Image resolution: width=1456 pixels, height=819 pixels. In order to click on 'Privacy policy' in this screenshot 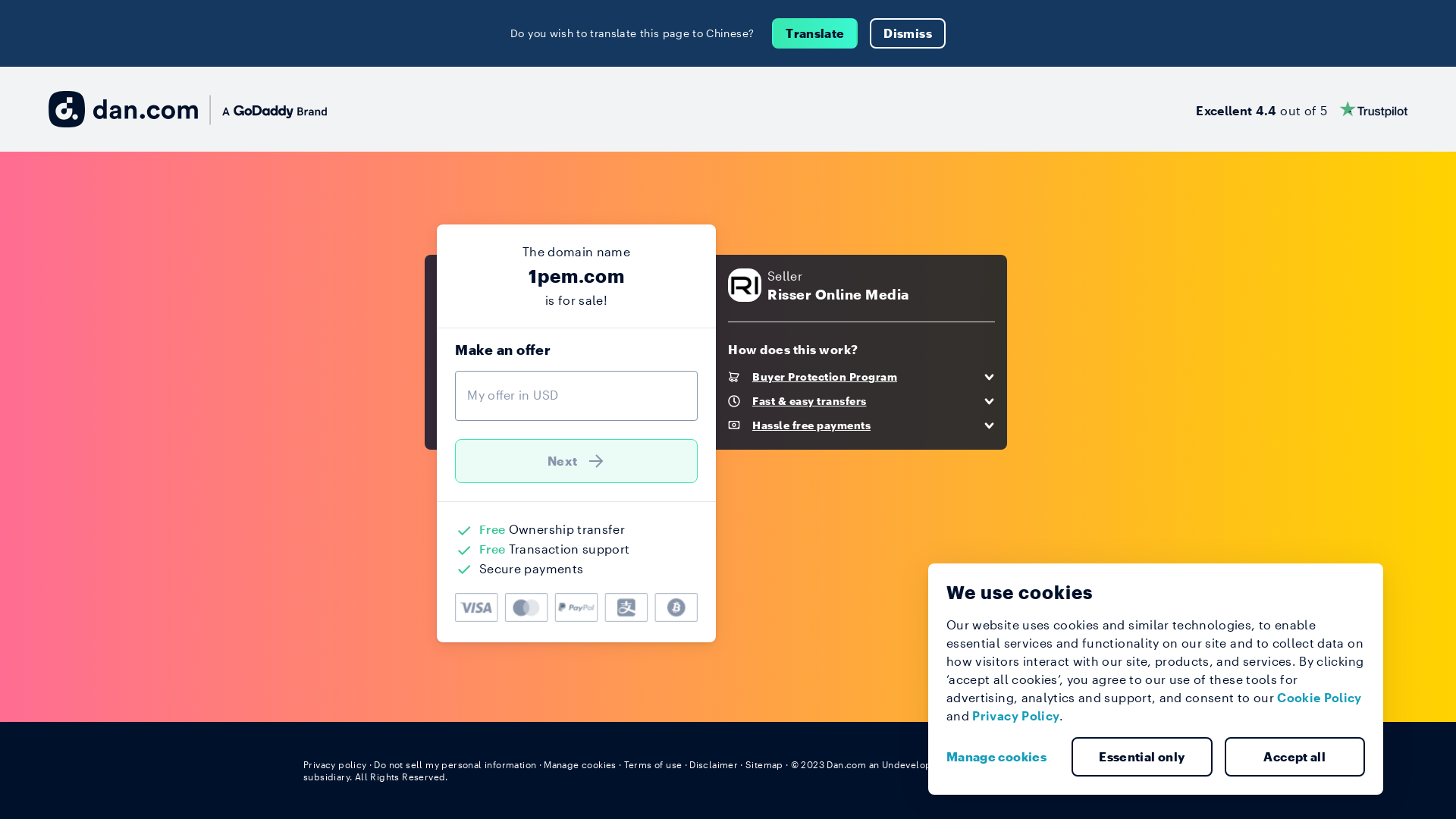, I will do `click(334, 764)`.